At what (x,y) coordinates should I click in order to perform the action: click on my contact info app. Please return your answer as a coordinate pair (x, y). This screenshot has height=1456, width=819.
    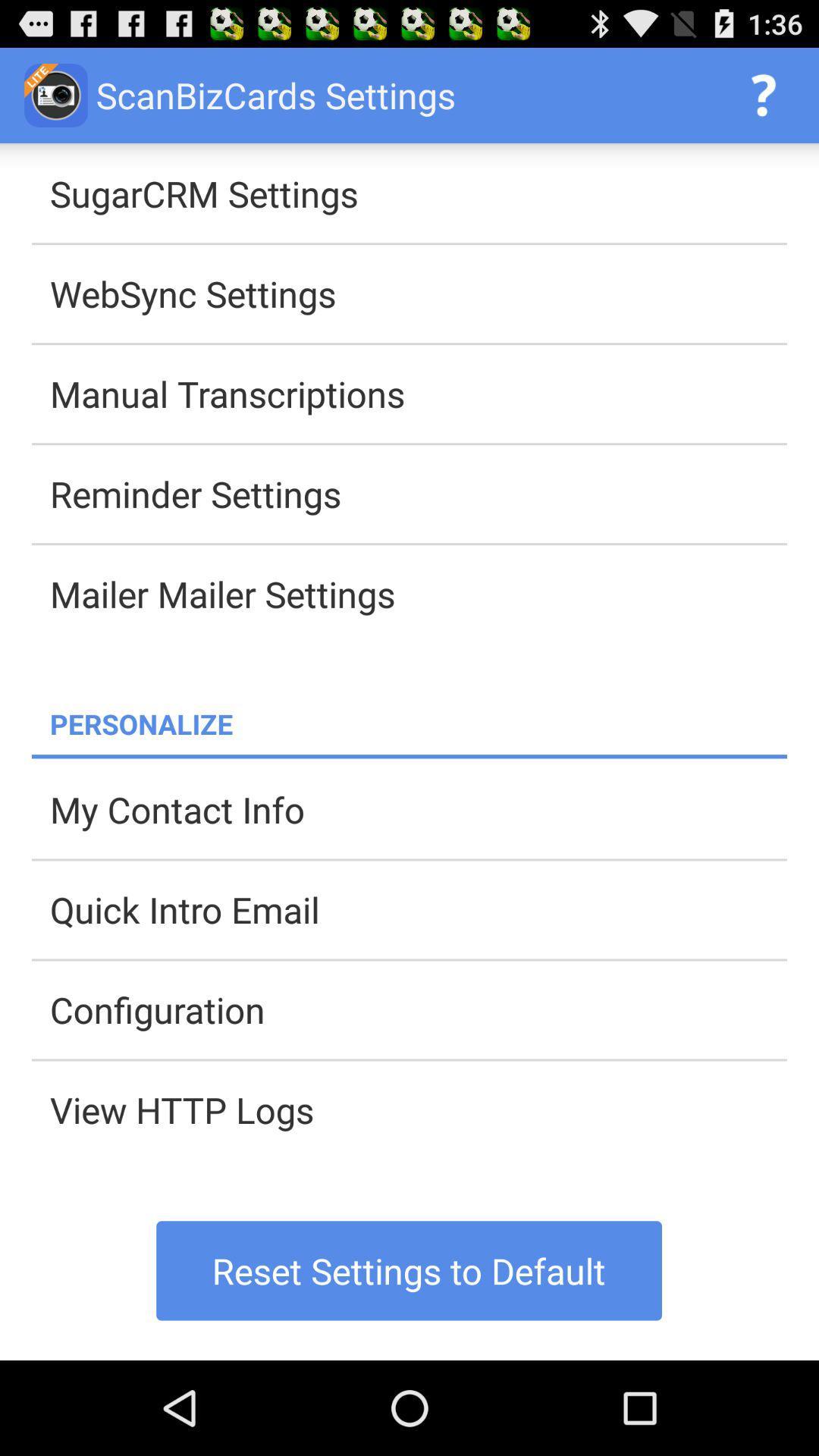
    Looking at the image, I should click on (418, 808).